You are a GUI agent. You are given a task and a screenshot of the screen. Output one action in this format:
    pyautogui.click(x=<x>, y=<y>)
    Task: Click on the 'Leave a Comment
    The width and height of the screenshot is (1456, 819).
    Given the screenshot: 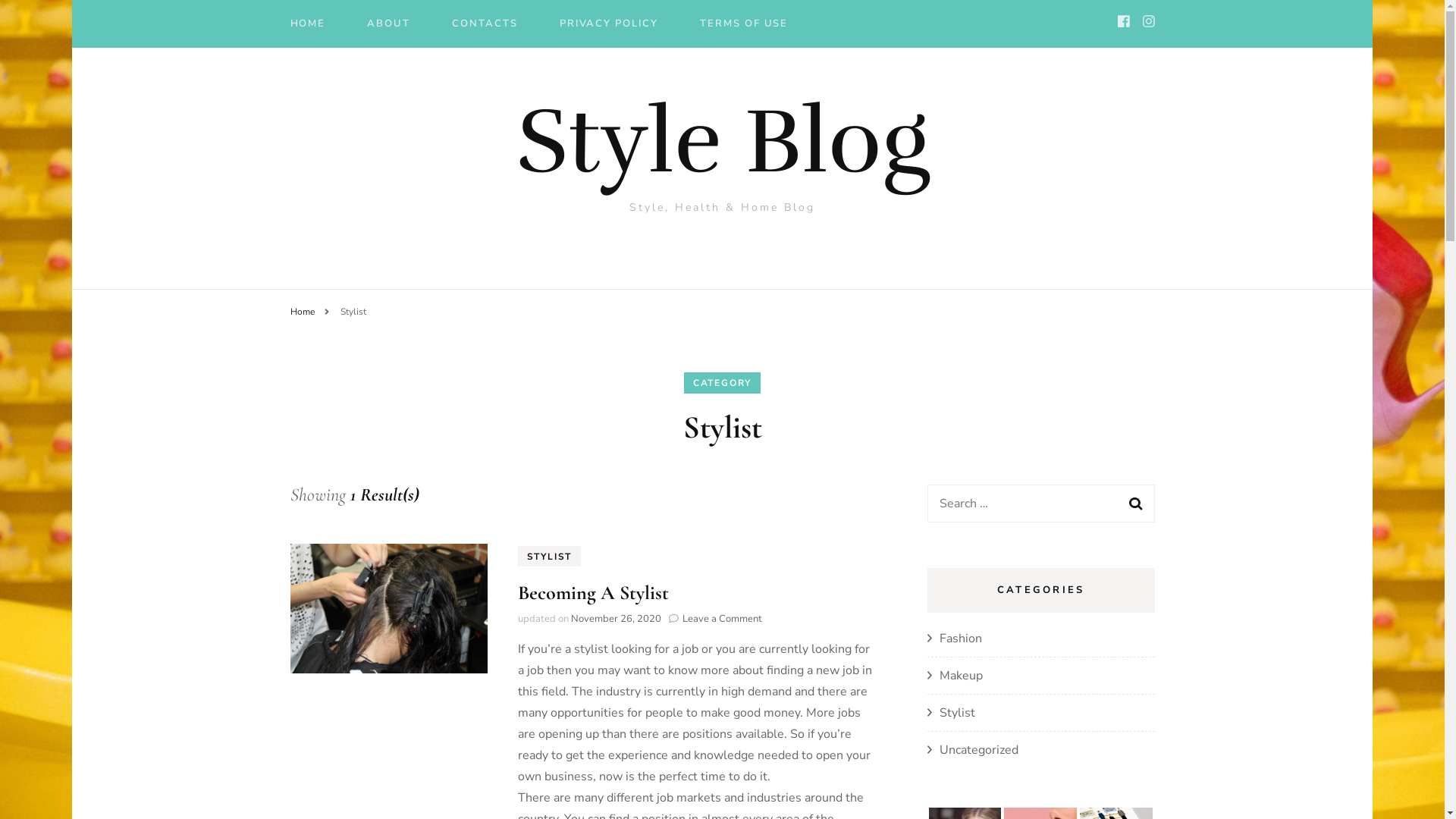 What is the action you would take?
    pyautogui.click(x=721, y=619)
    